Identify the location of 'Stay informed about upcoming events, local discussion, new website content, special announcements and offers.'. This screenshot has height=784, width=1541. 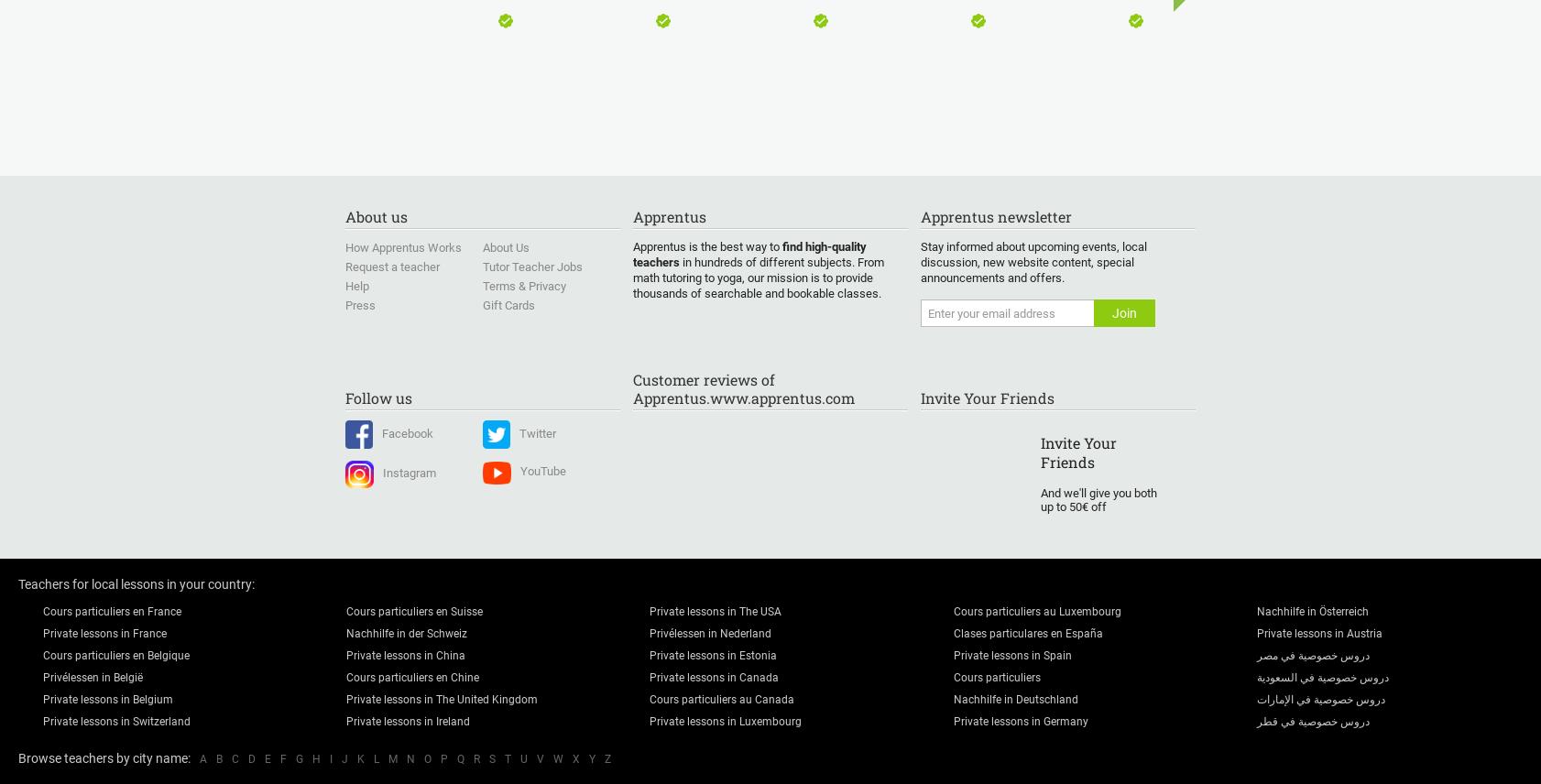
(1033, 262).